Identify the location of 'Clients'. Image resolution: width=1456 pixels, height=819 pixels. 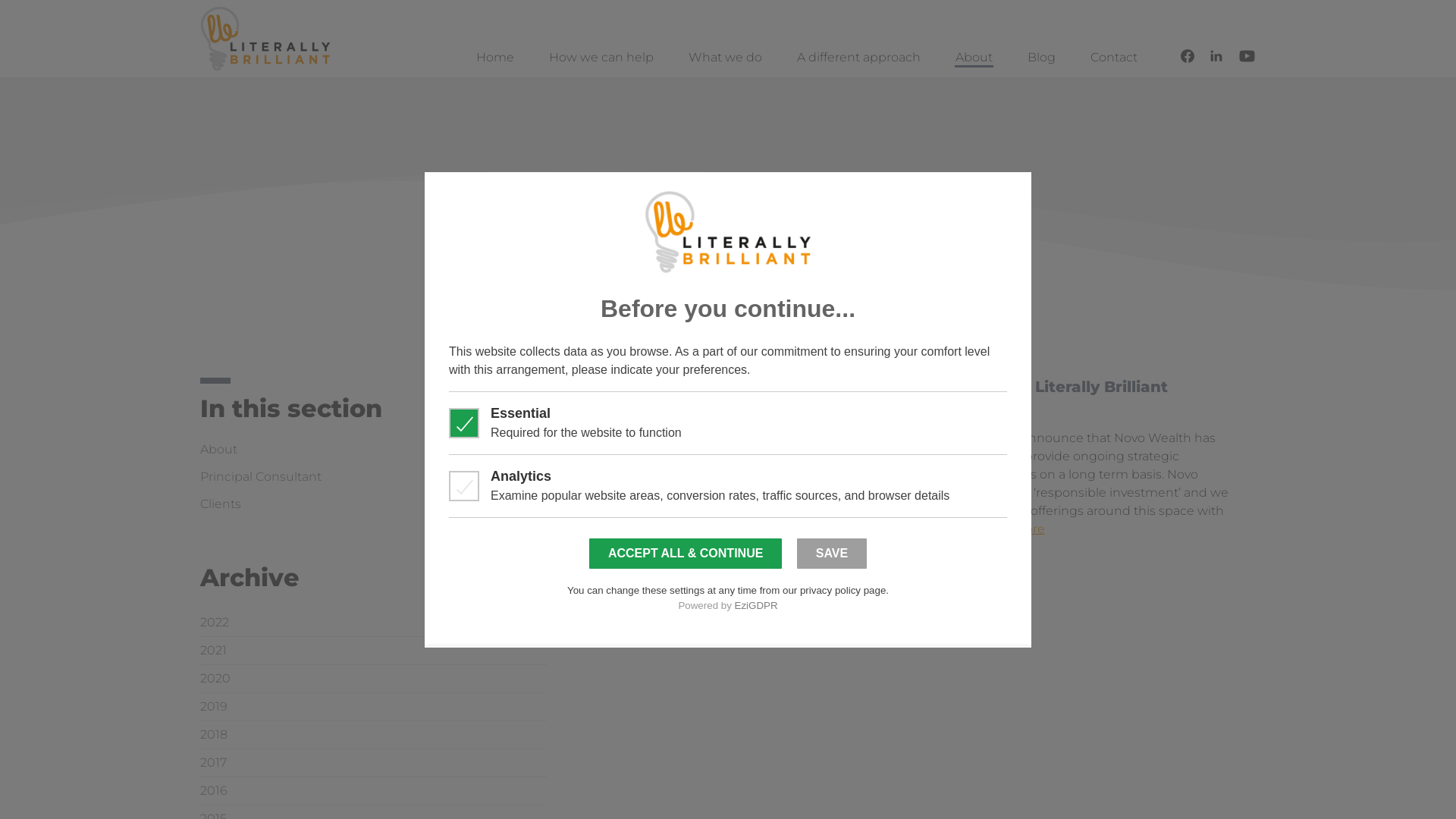
(220, 503).